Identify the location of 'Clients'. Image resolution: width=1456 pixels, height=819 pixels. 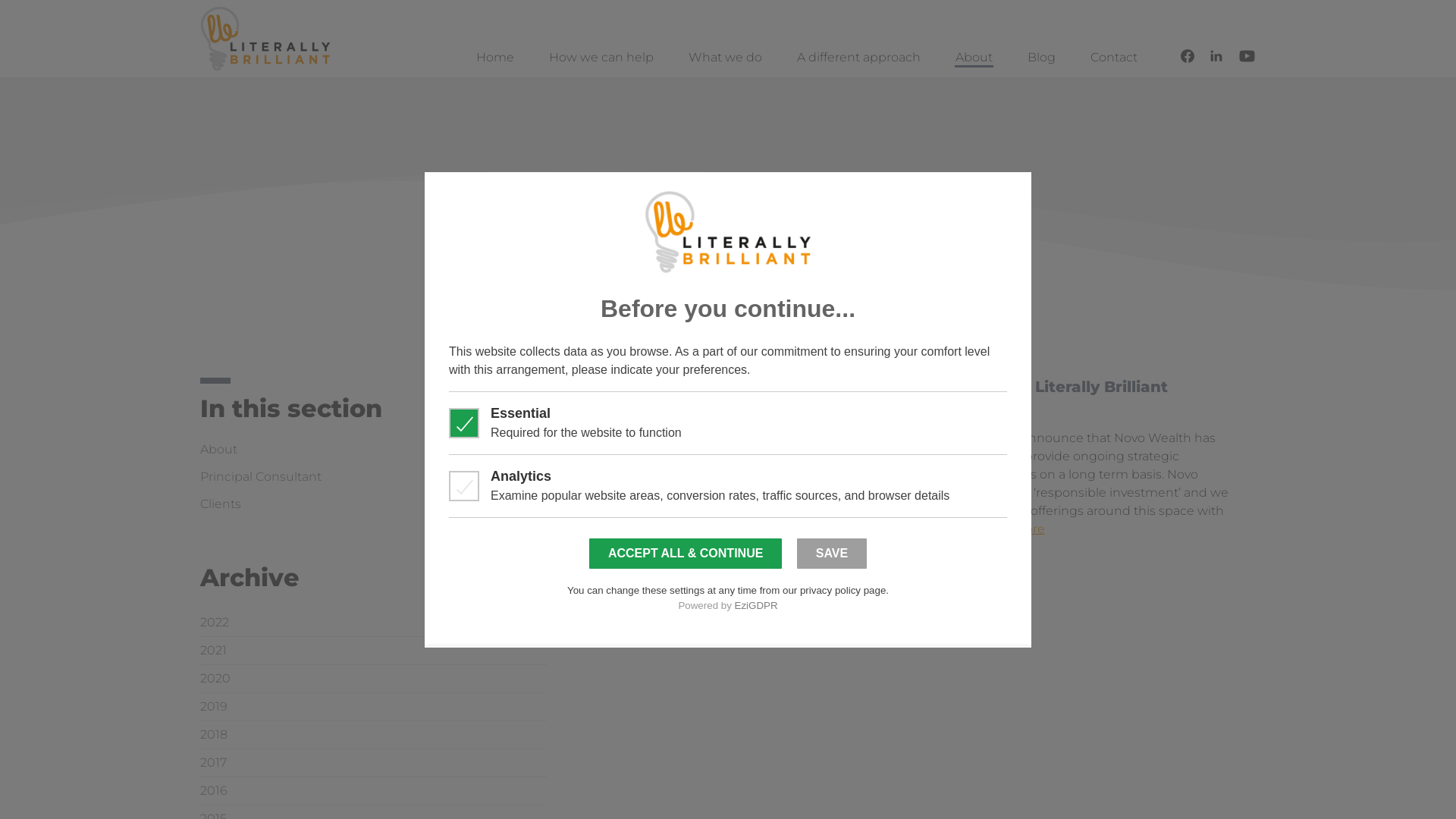
(220, 503).